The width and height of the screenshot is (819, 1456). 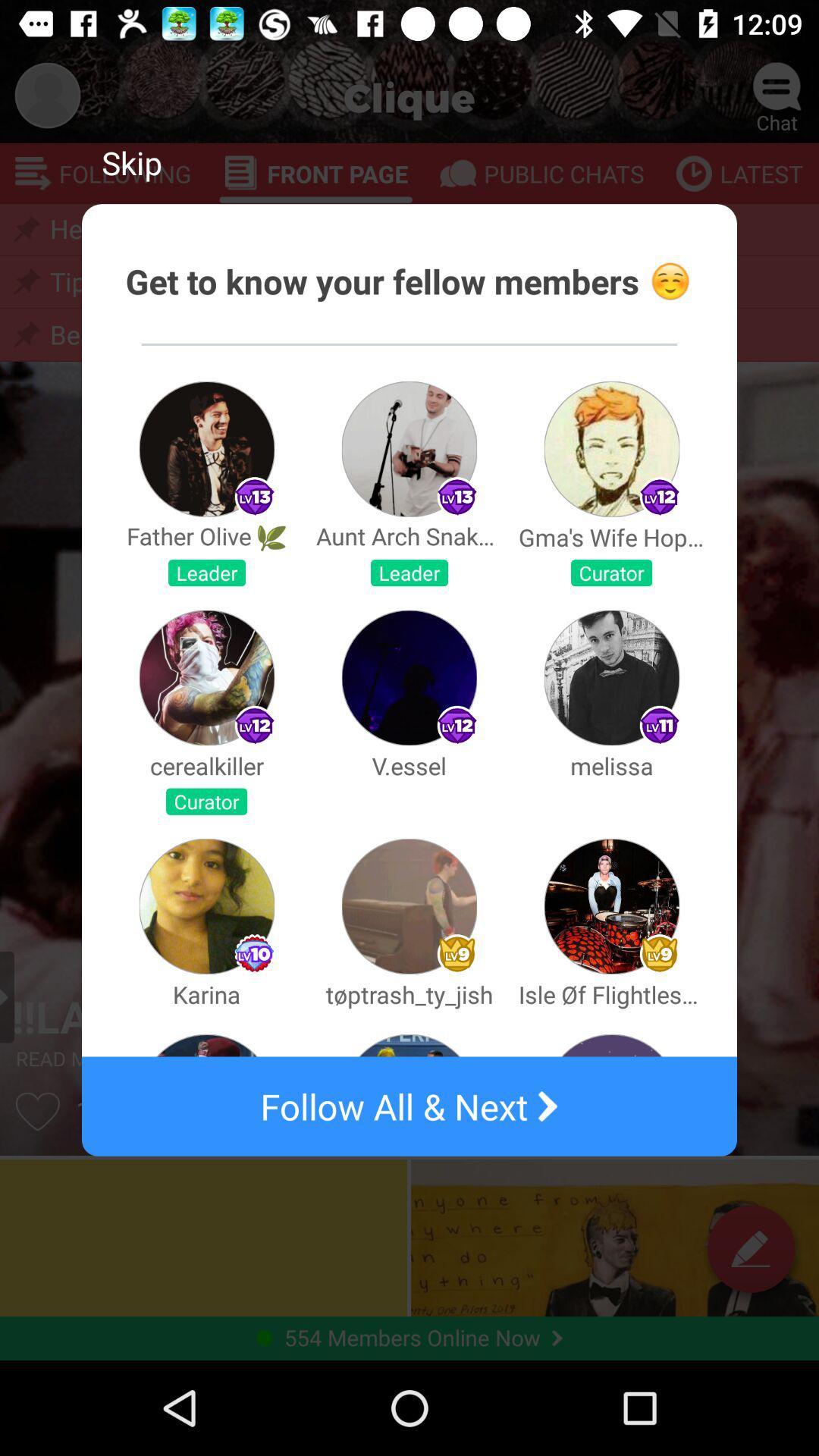 What do you see at coordinates (130, 162) in the screenshot?
I see `skip item` at bounding box center [130, 162].